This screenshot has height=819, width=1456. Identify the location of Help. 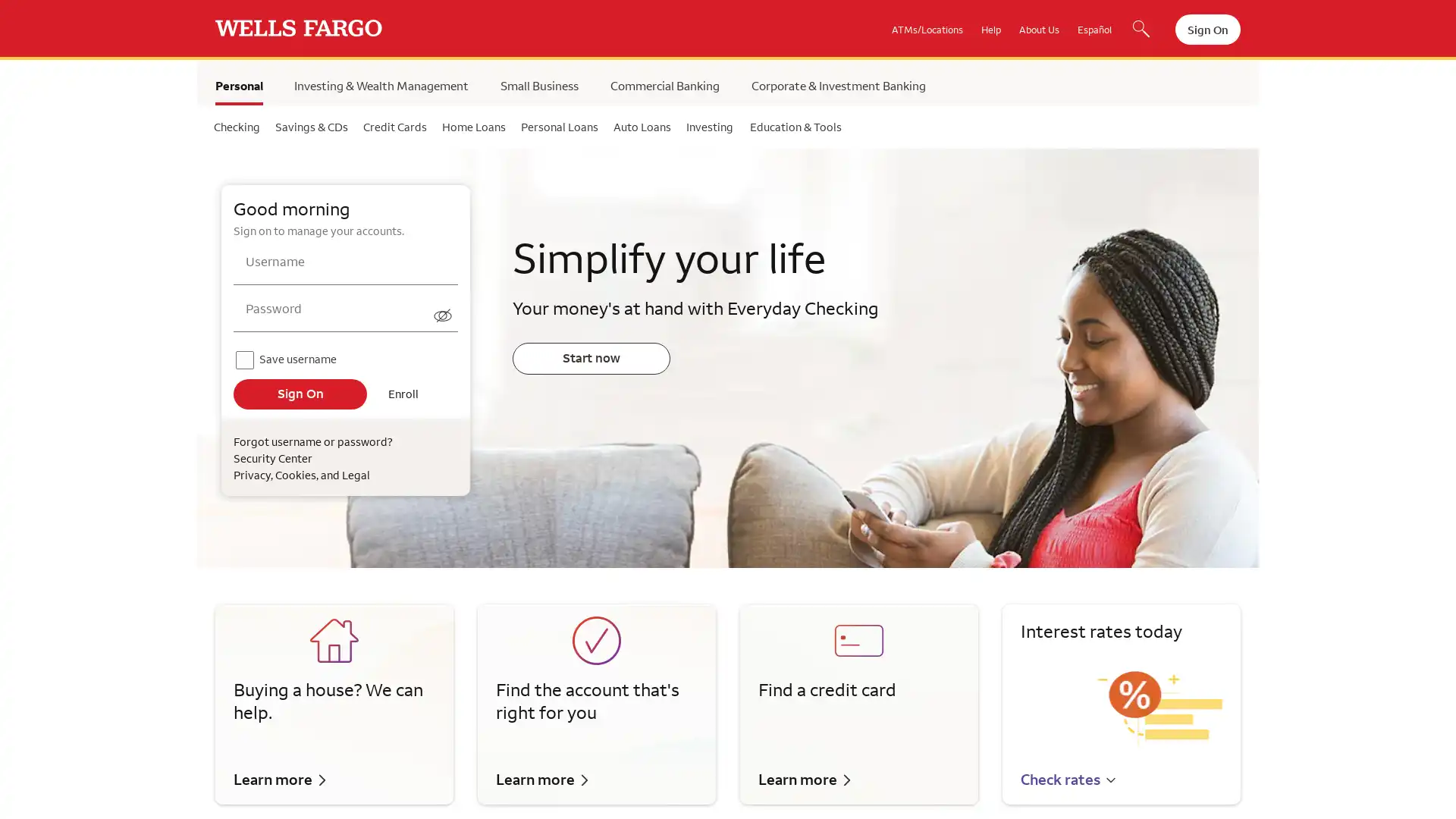
(990, 29).